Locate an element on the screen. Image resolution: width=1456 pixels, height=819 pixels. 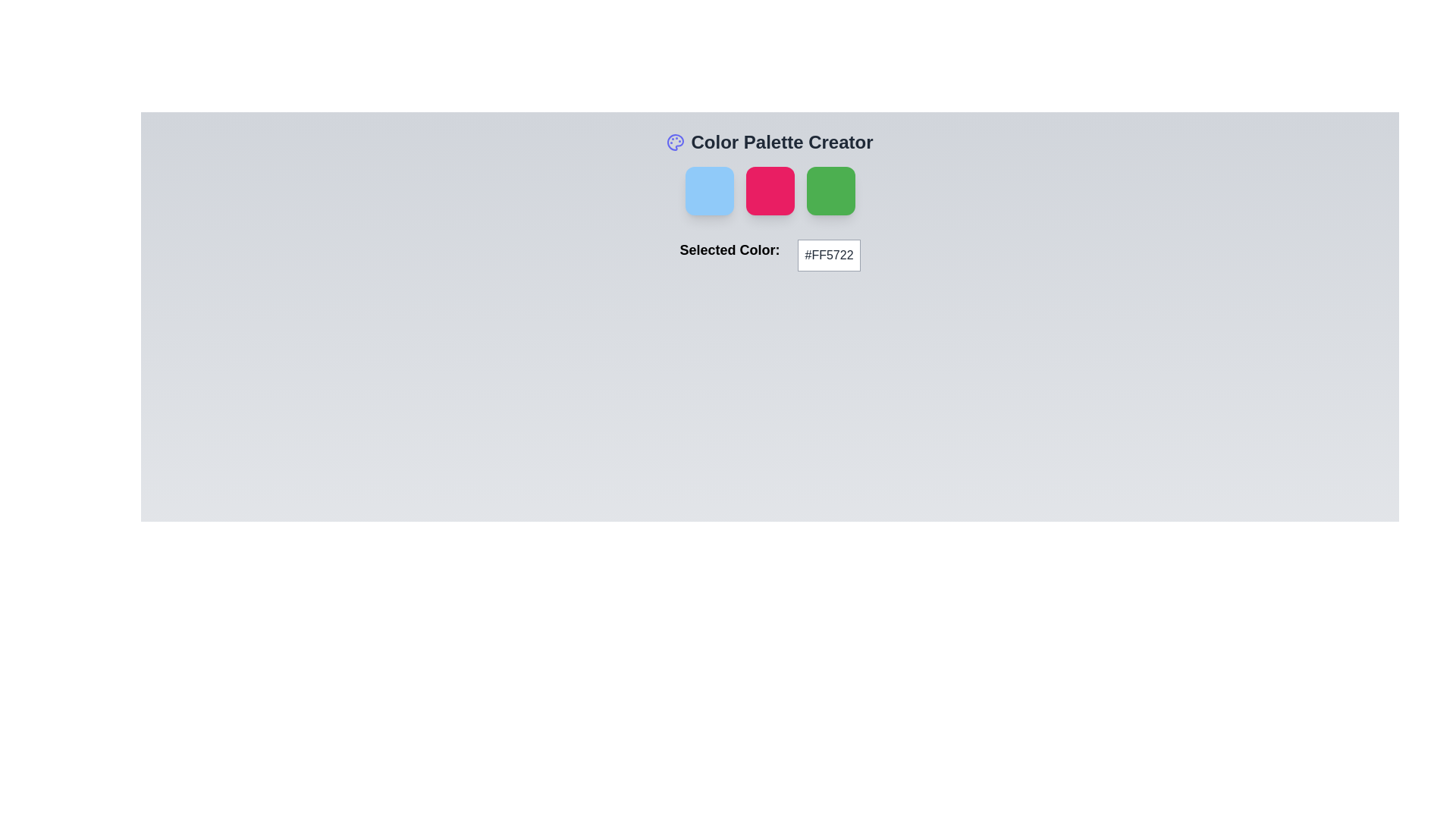
the middle square button in the color palette is located at coordinates (770, 190).